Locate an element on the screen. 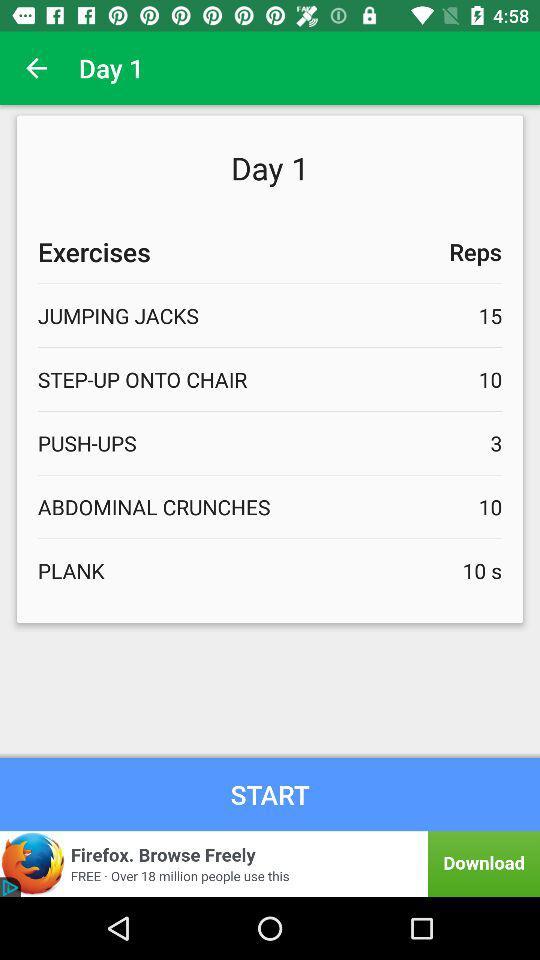 This screenshot has height=960, width=540. button to download application is located at coordinates (270, 863).